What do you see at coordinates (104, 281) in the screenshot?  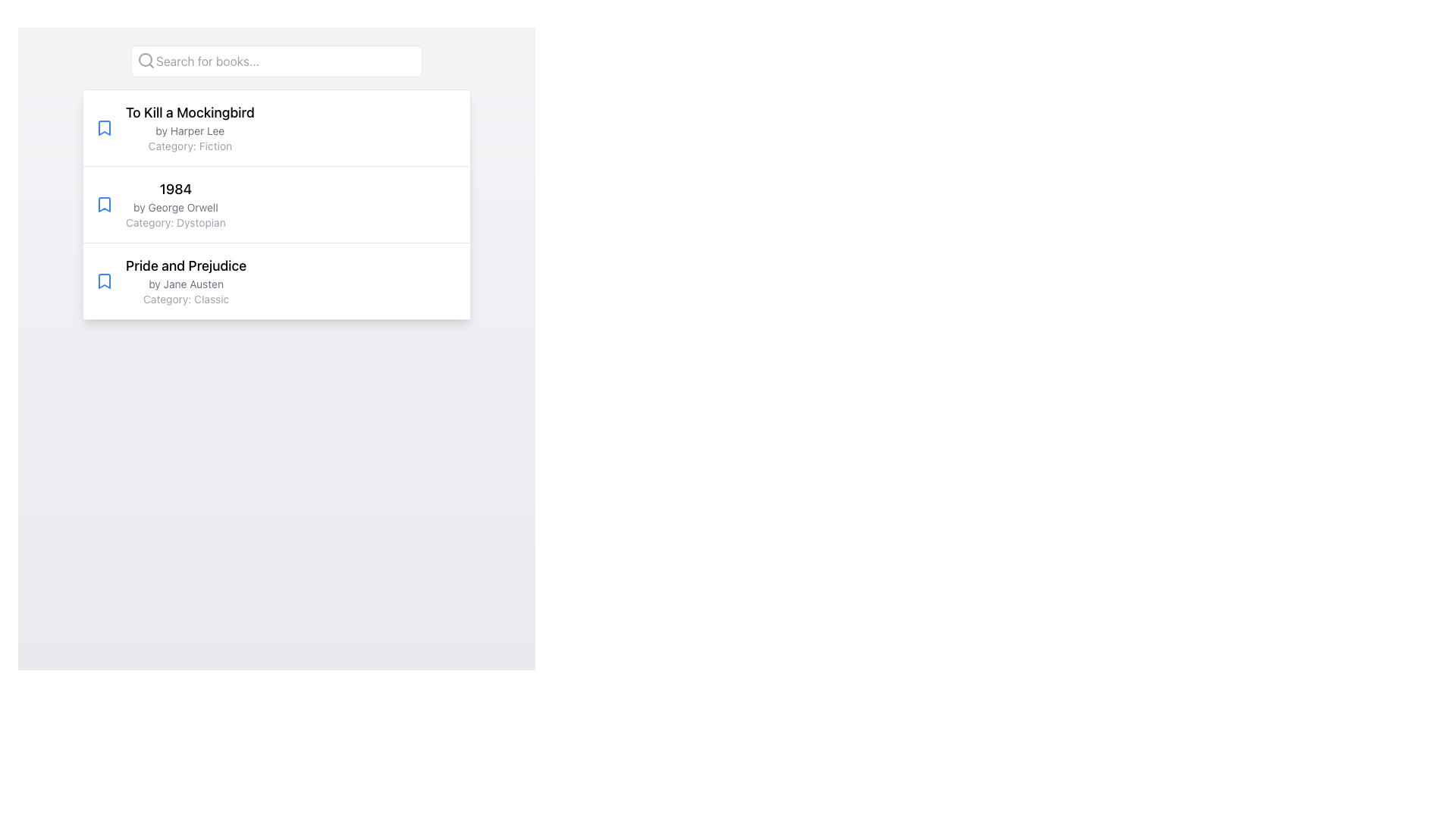 I see `the blue outlined bookmark icon` at bounding box center [104, 281].